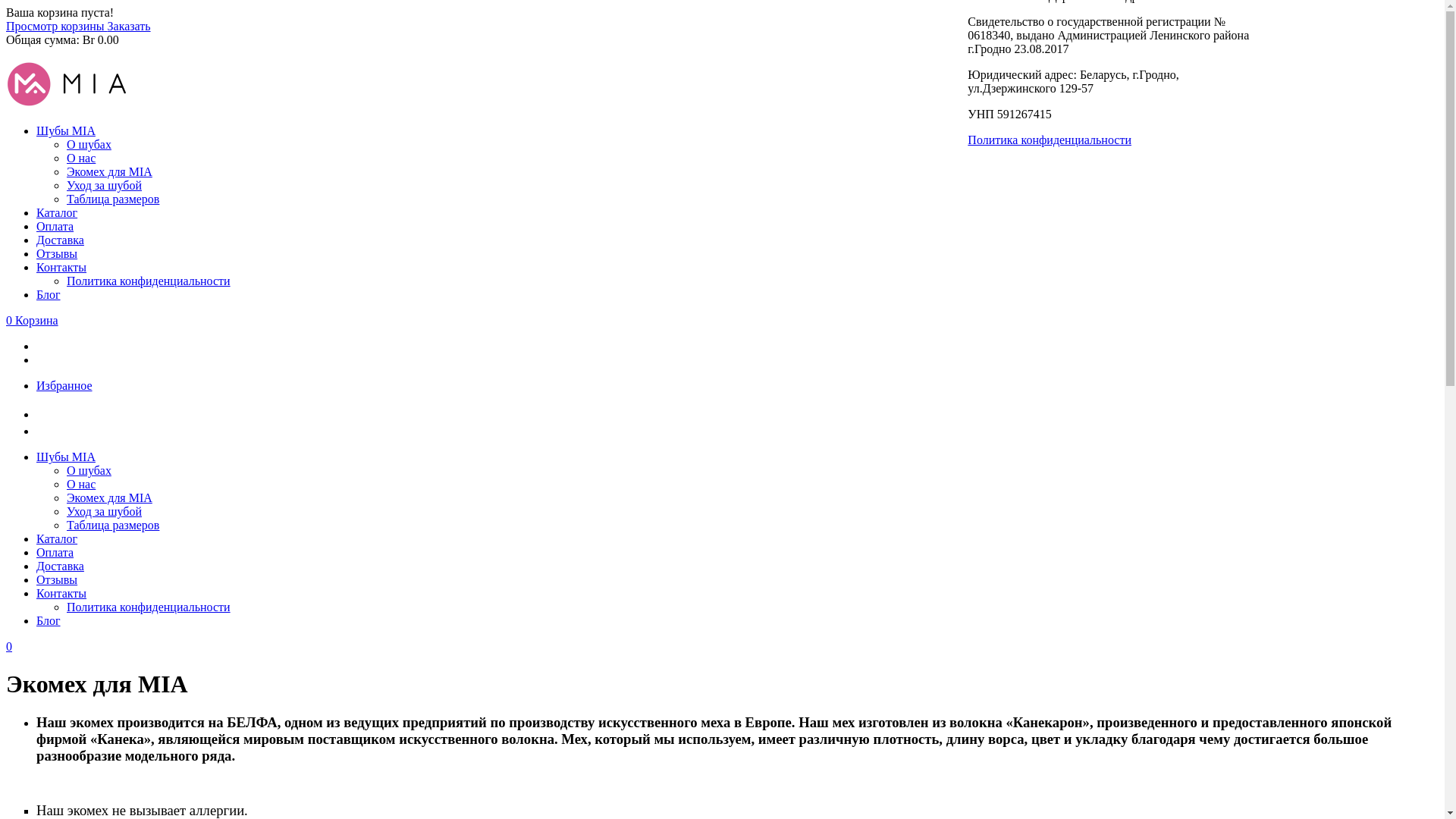 Image resolution: width=1456 pixels, height=819 pixels. I want to click on '0', so click(9, 646).